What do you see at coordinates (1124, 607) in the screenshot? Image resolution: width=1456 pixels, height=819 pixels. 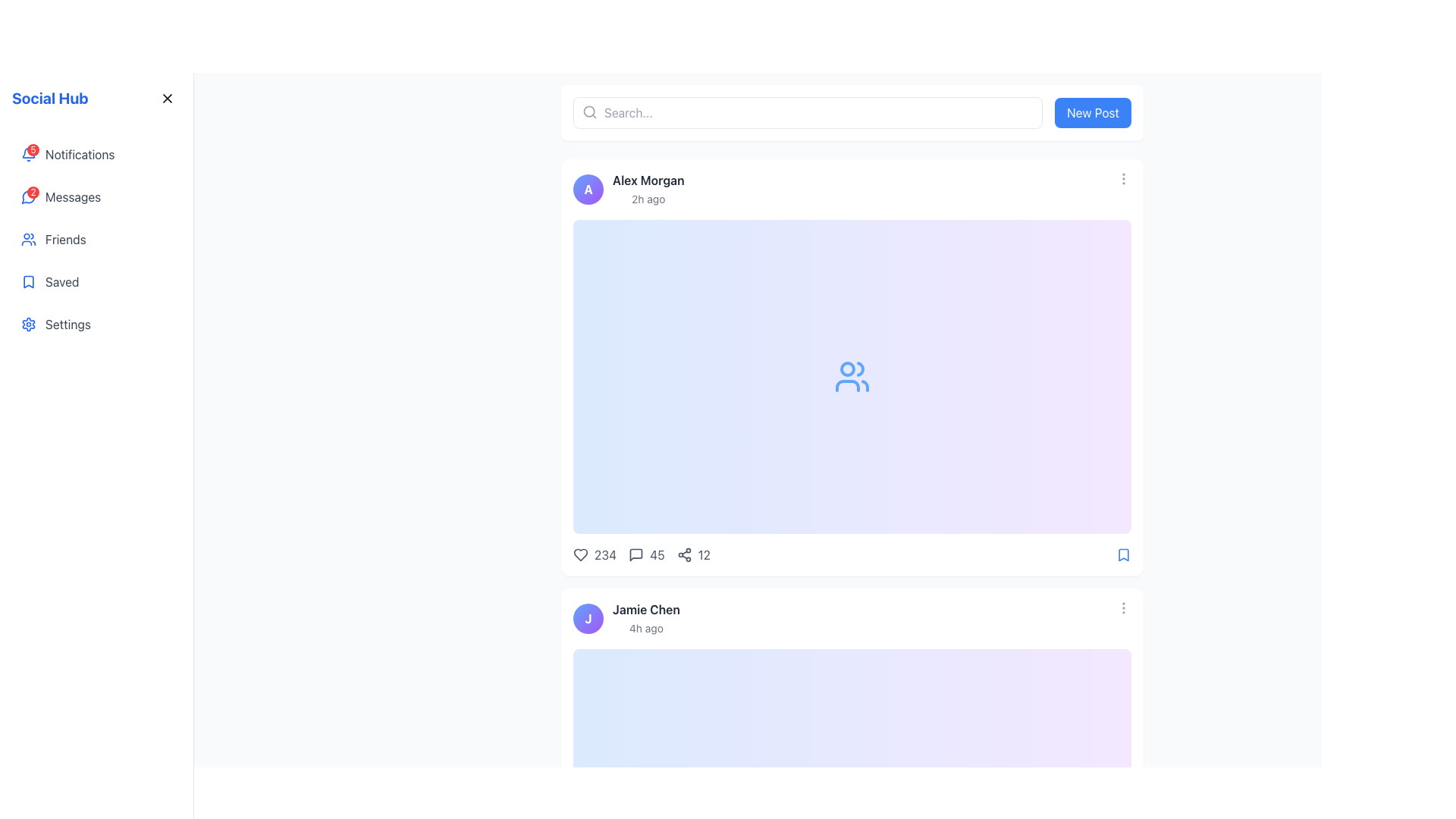 I see `the menu trigger button in the top-right corner of Jamie Chen's post to observe the color change` at bounding box center [1124, 607].